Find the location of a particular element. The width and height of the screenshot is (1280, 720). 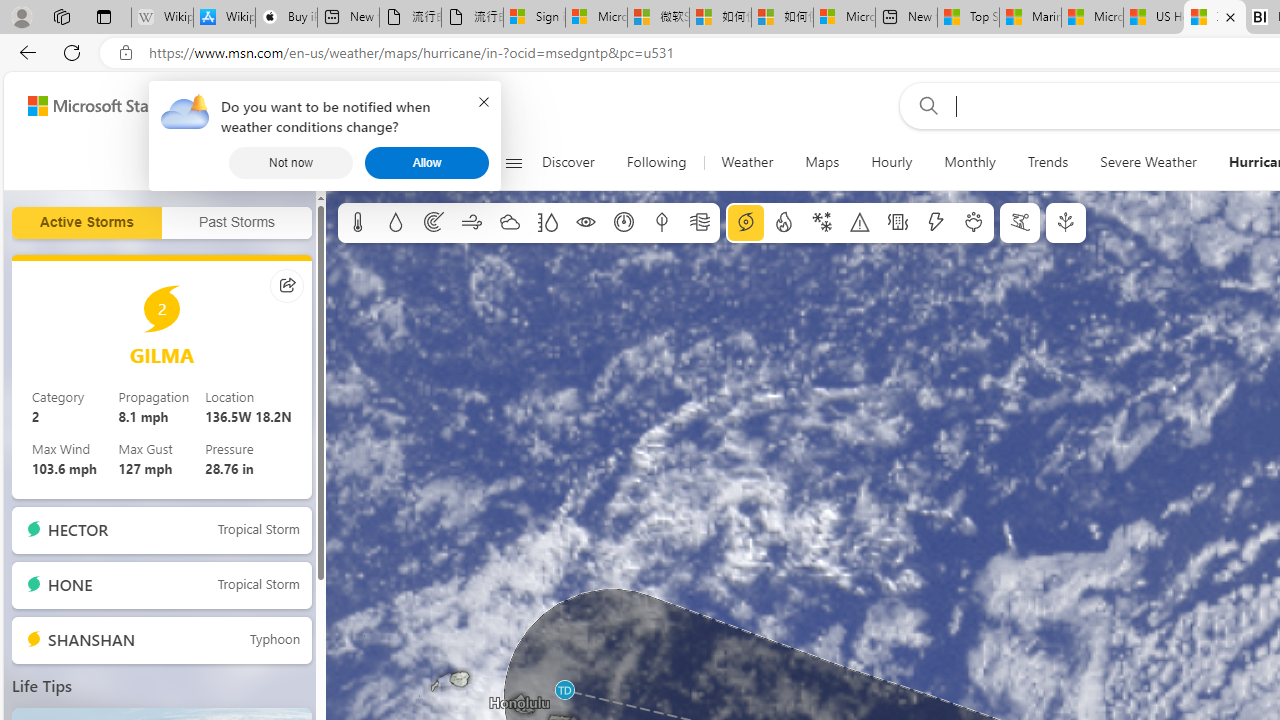

'Trends' is located at coordinates (1046, 162).